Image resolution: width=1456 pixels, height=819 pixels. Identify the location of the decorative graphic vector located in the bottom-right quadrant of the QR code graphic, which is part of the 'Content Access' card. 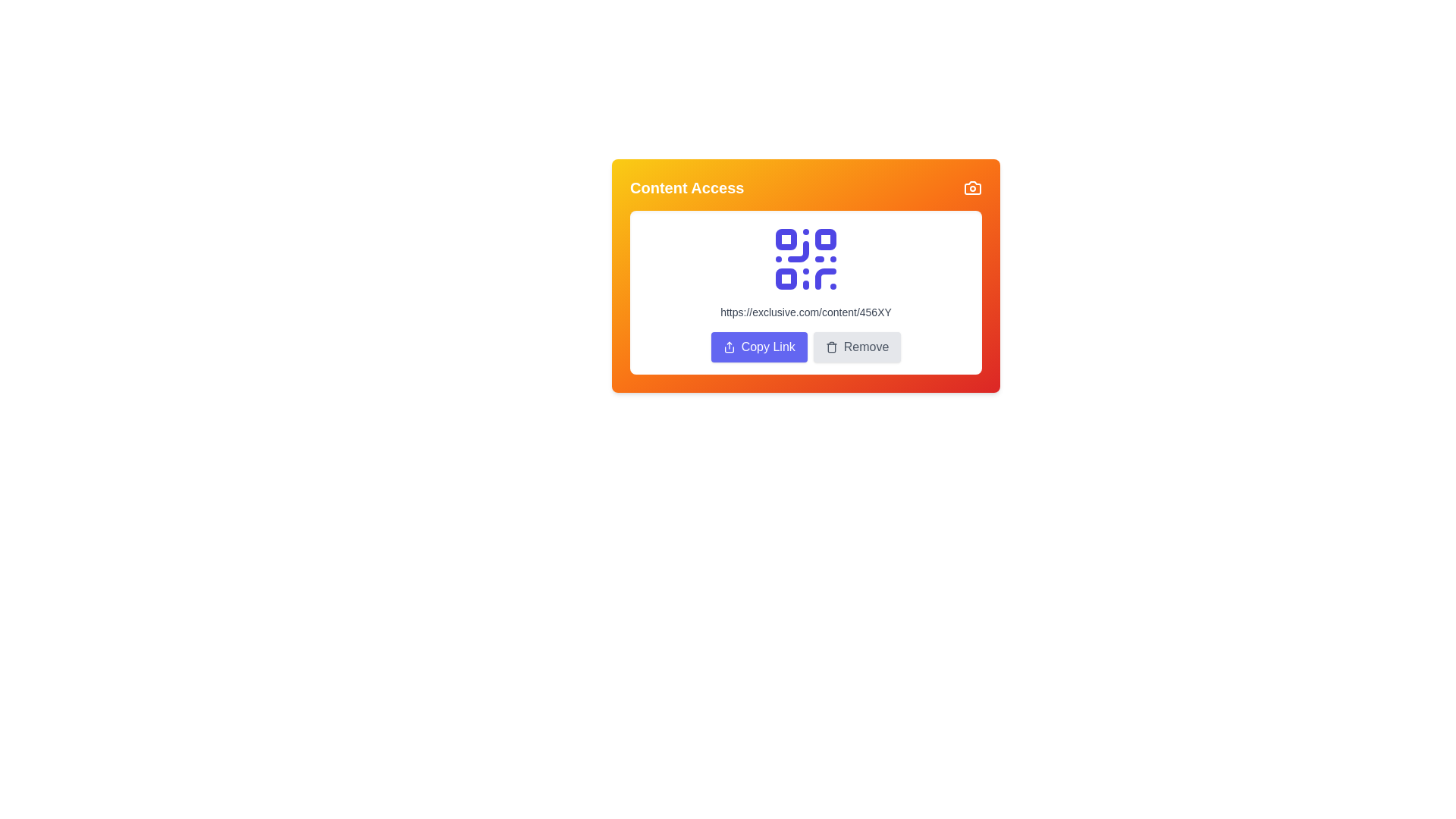
(825, 278).